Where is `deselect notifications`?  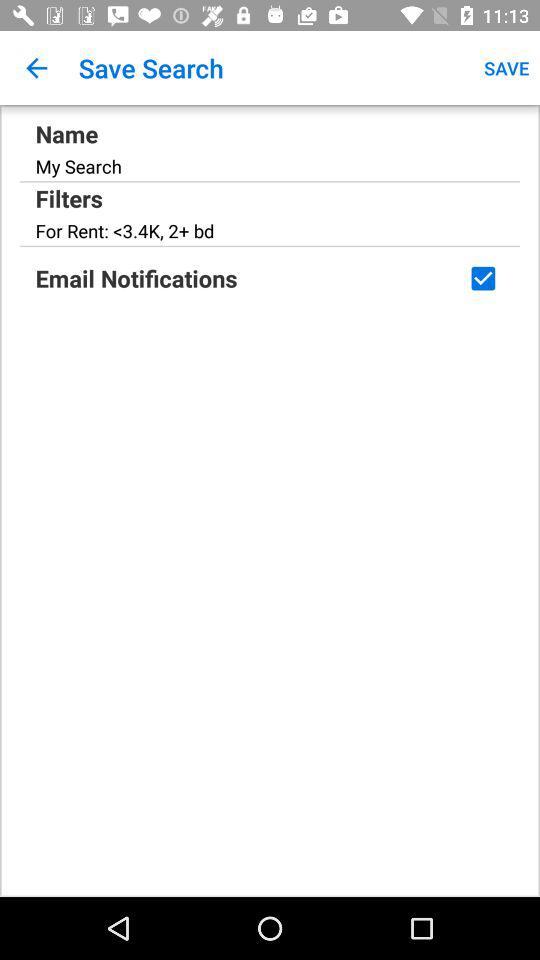
deselect notifications is located at coordinates (482, 277).